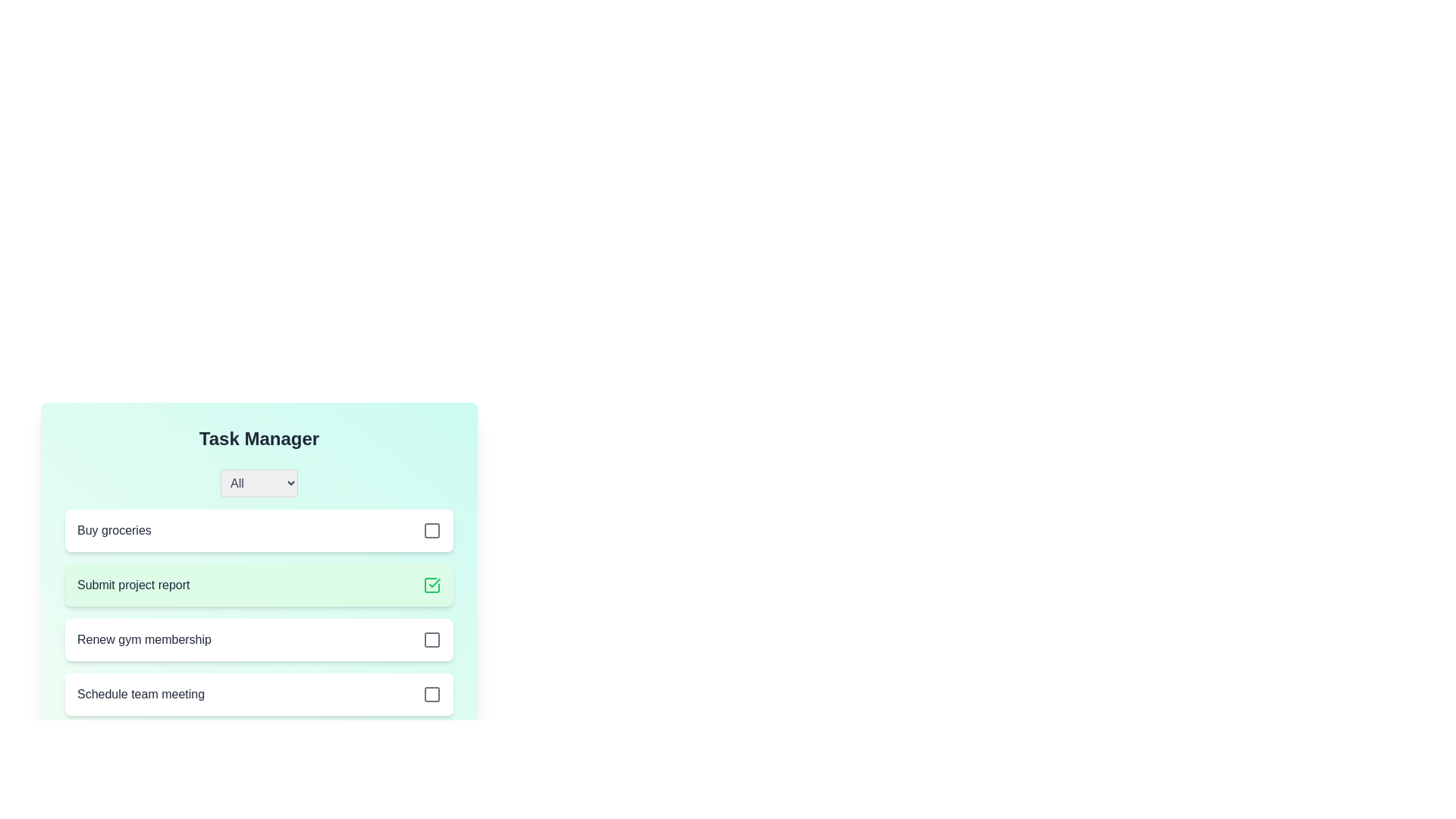  I want to click on the checkbox of the task titled 'Renew gym membership' to toggle its completion status, so click(431, 640).